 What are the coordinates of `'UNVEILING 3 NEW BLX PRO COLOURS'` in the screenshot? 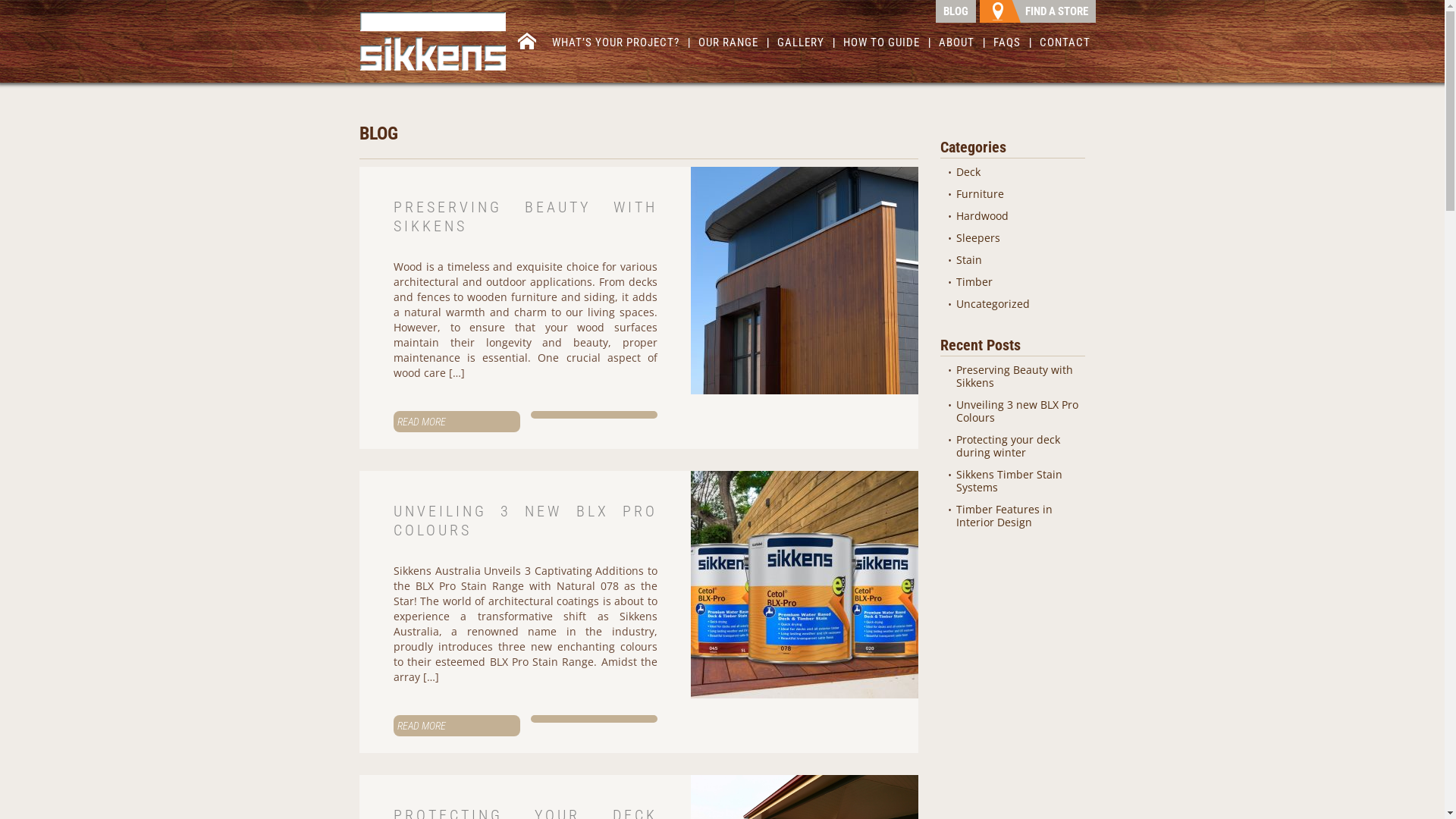 It's located at (525, 519).